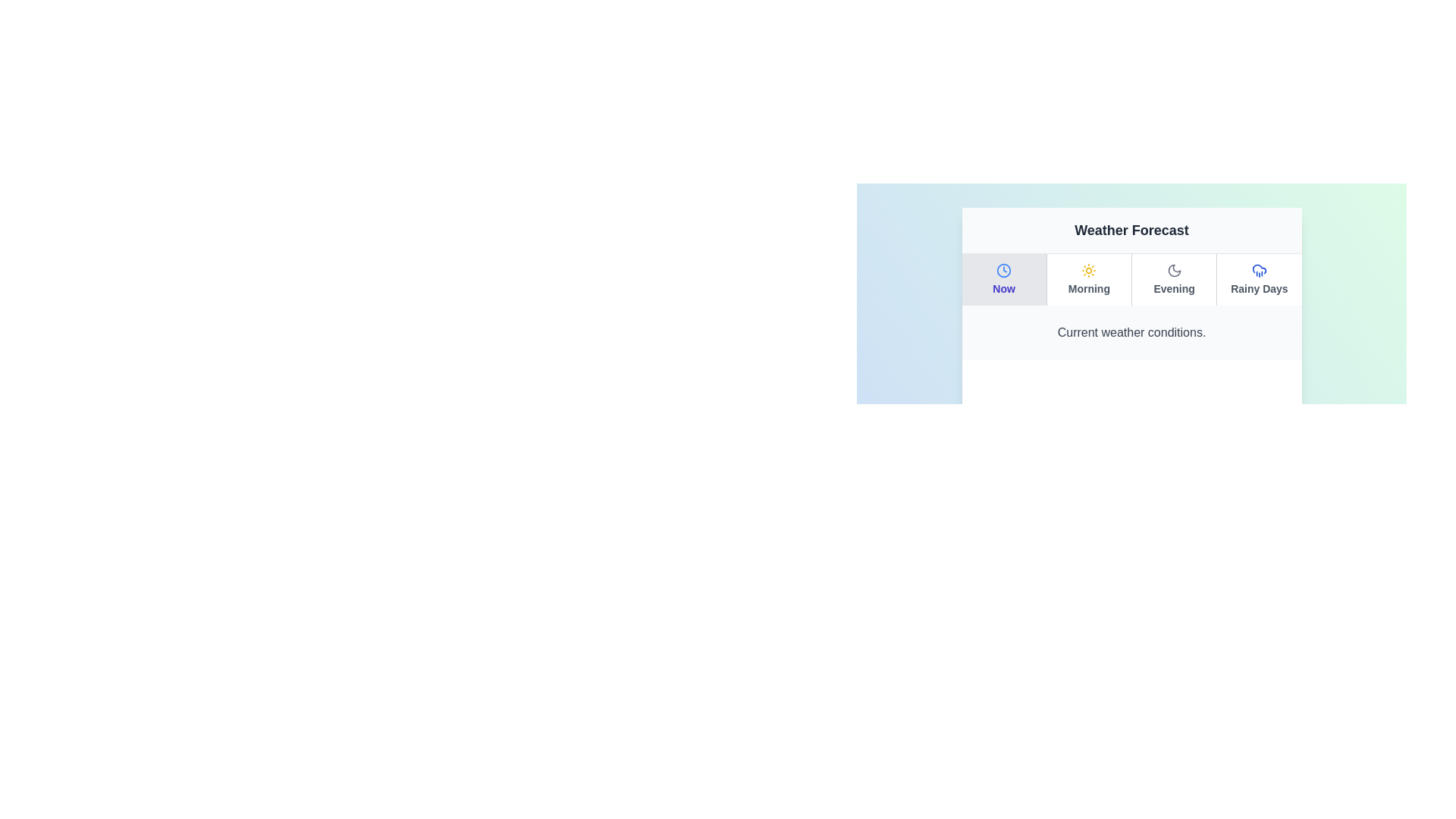 This screenshot has width=1456, height=819. What do you see at coordinates (1173, 270) in the screenshot?
I see `the evening icon located above the 'Evening' text` at bounding box center [1173, 270].